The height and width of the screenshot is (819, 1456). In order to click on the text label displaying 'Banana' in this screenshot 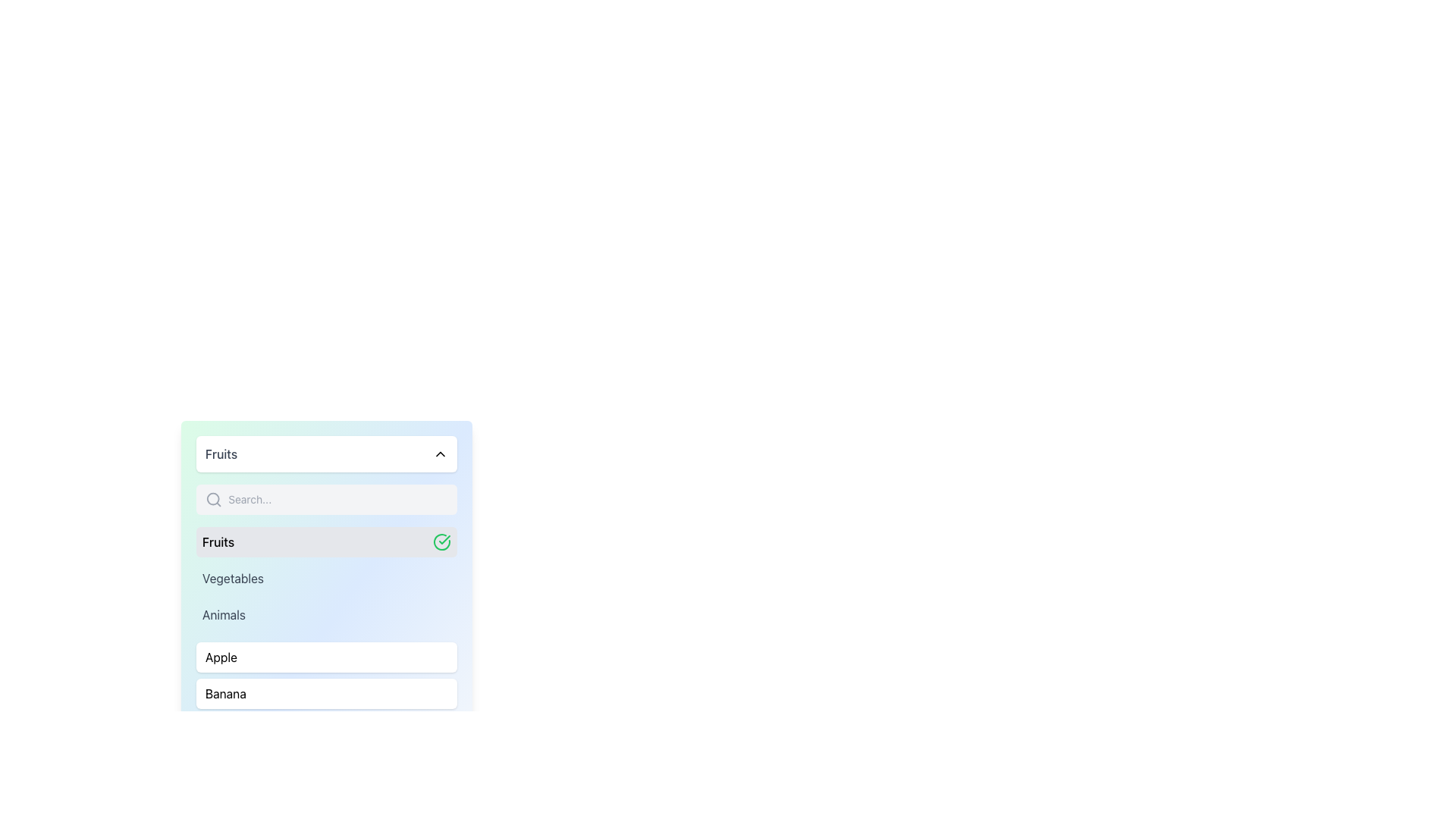, I will do `click(224, 693)`.